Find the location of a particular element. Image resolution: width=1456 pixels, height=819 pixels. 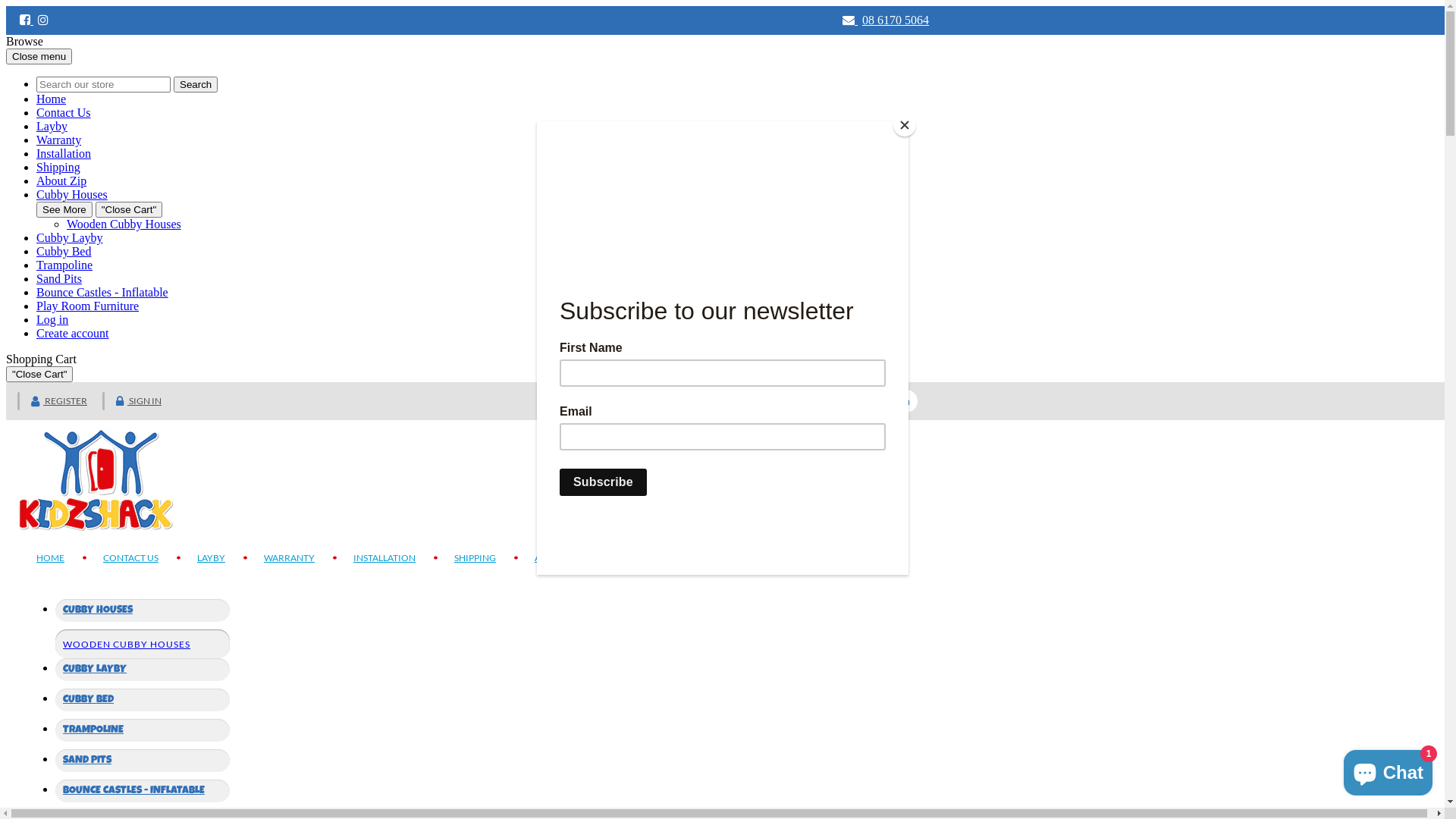

'See More' is located at coordinates (36, 209).